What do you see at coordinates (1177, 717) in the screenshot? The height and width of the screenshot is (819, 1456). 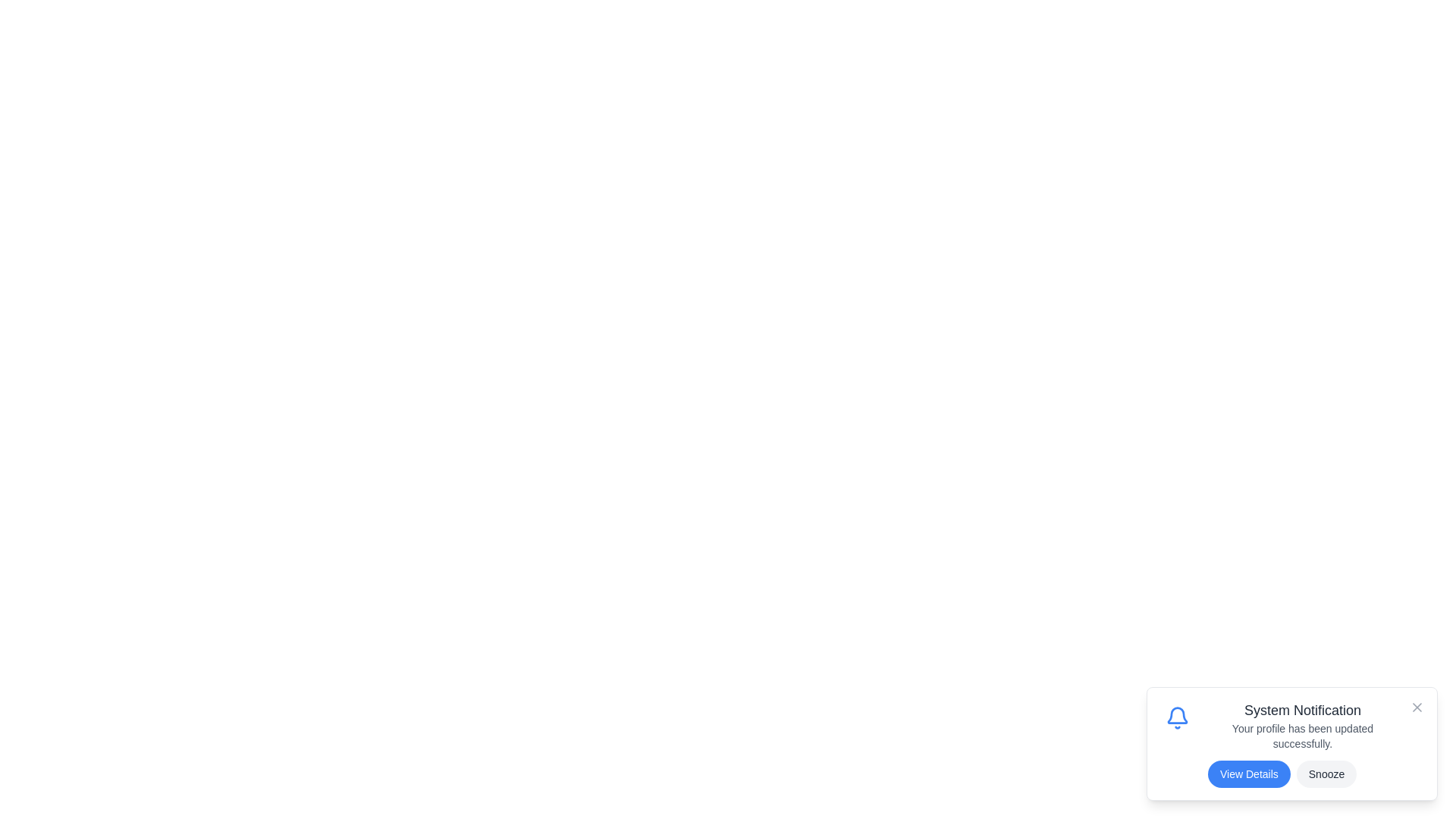 I see `the notification bell icon with a blue outline and a circular dot at its base, located in the bottom-right corner above 'System Notification'` at bounding box center [1177, 717].